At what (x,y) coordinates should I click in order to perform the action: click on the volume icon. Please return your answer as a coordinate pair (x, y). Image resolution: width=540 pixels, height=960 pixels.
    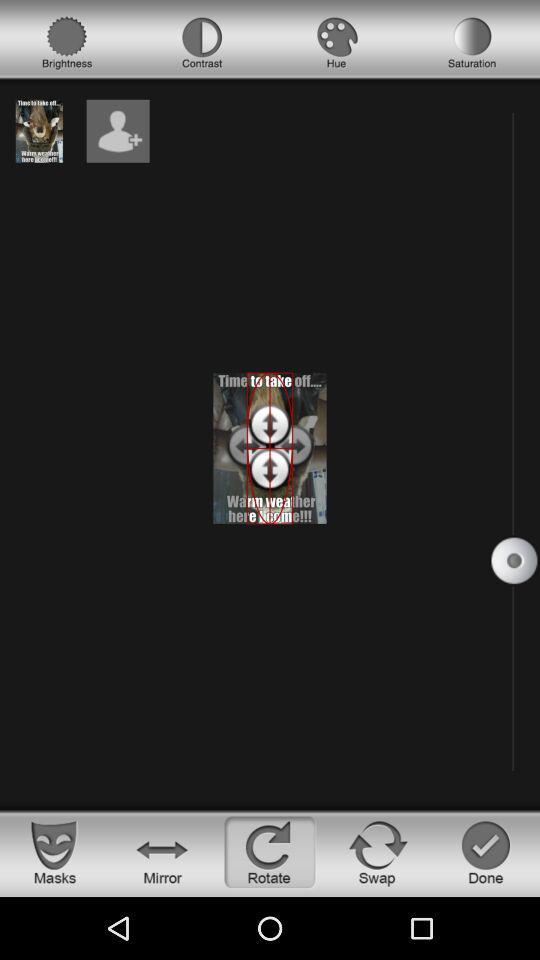
    Looking at the image, I should click on (202, 42).